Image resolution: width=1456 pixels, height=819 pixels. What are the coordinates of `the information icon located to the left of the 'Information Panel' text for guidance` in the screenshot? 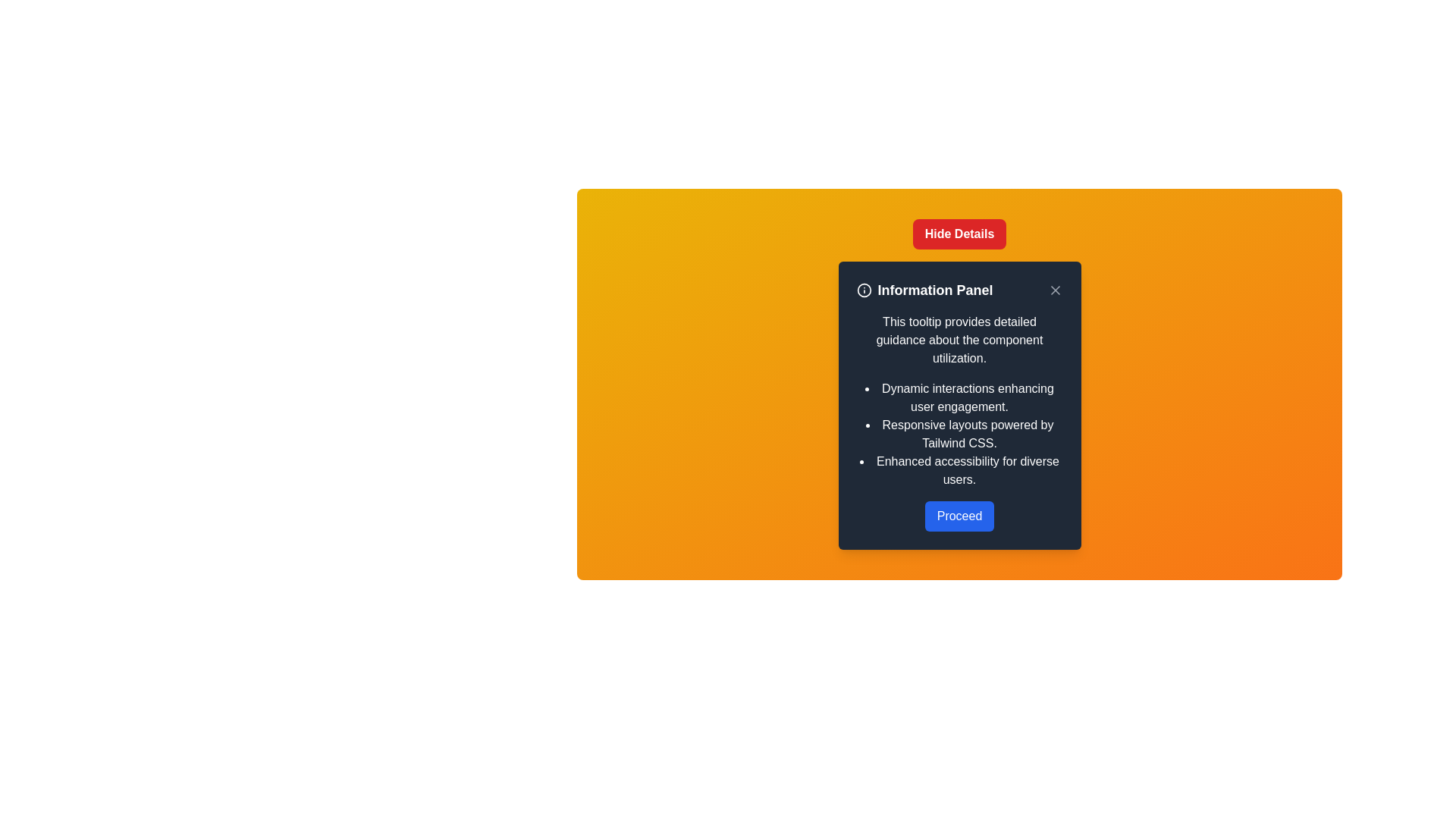 It's located at (864, 290).